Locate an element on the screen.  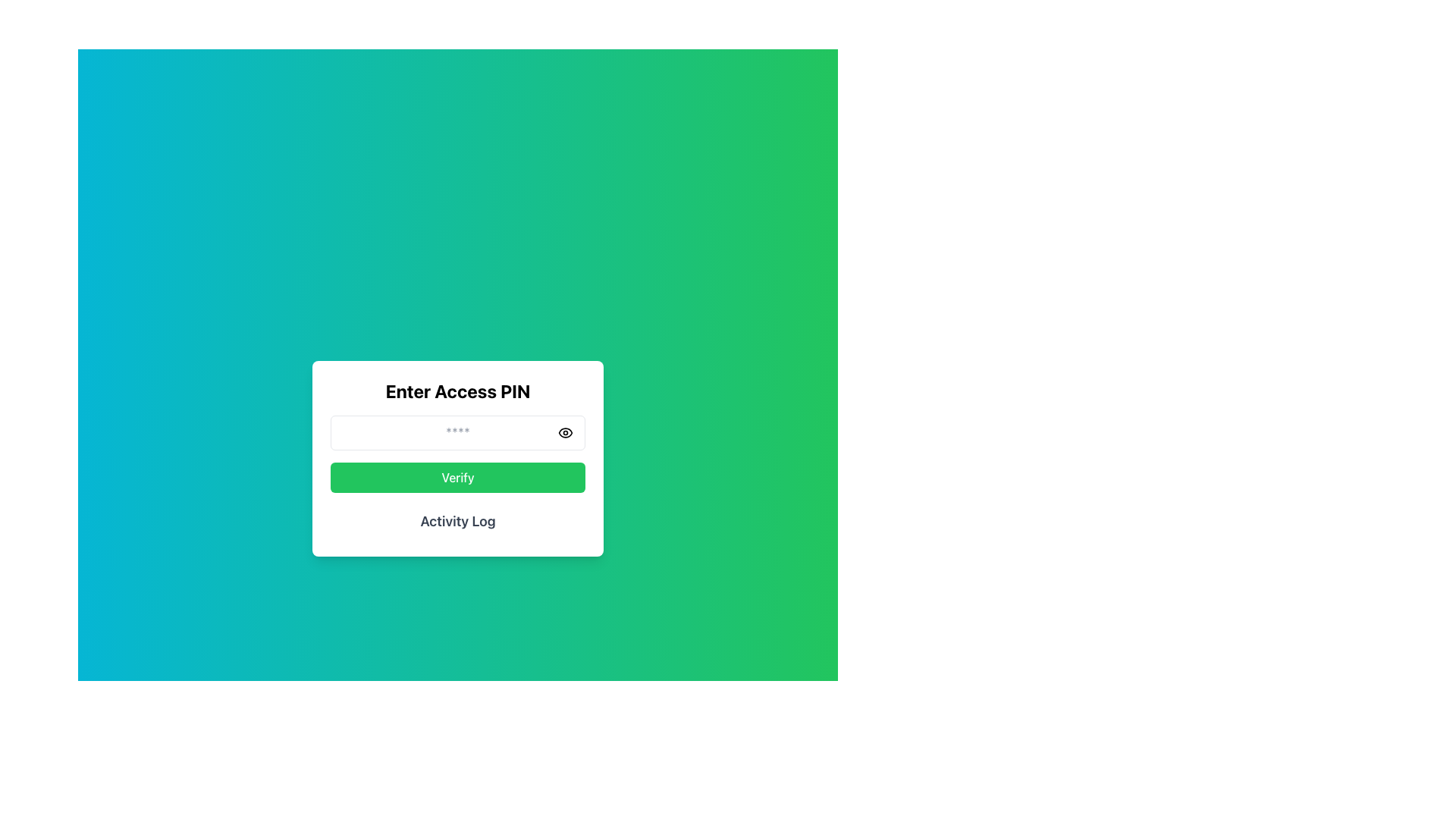
the 'Verify' button, which is a rectangular button with a green background and white text is located at coordinates (457, 476).